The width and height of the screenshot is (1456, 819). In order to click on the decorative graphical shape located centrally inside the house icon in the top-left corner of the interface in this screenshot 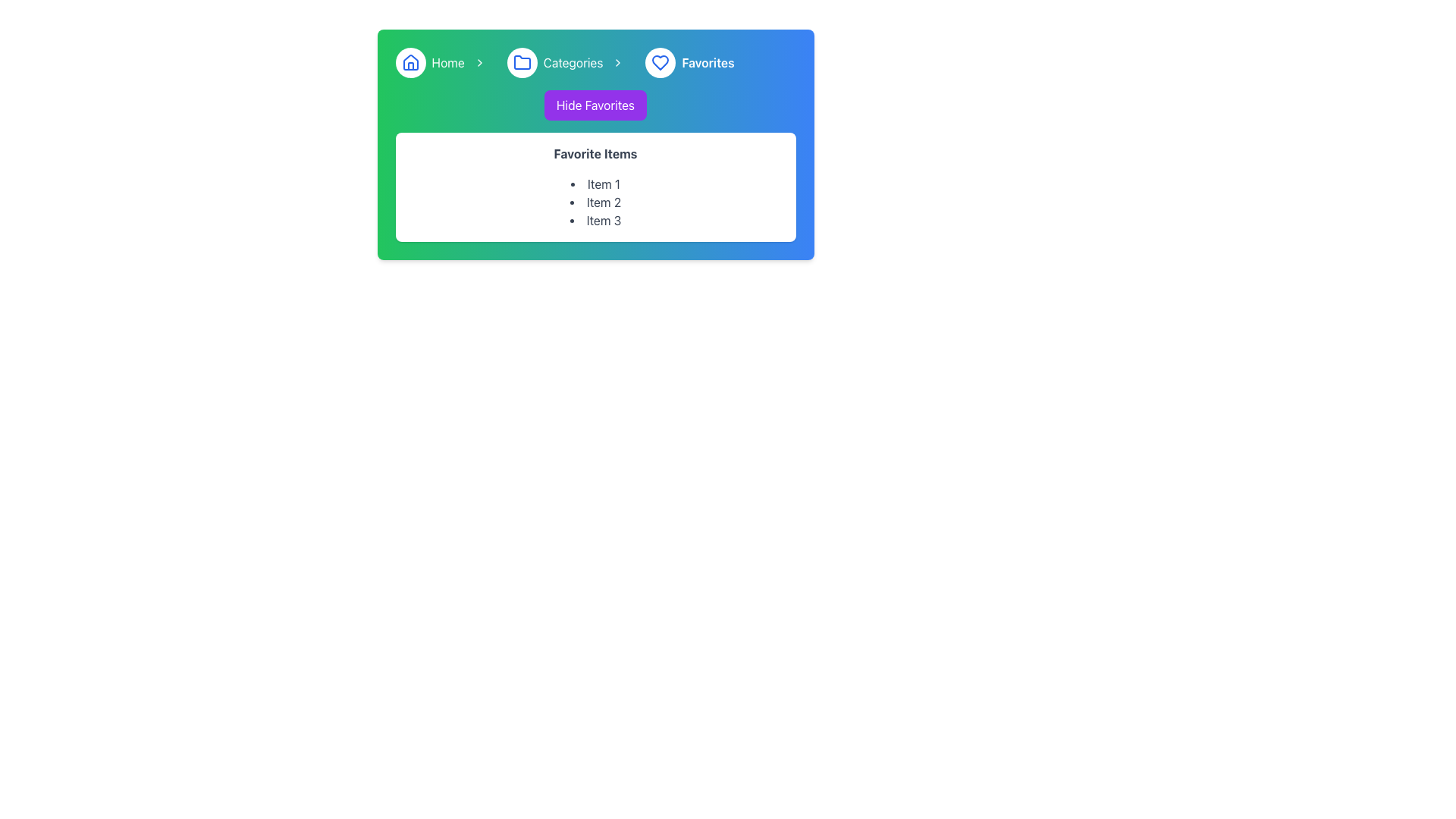, I will do `click(410, 65)`.